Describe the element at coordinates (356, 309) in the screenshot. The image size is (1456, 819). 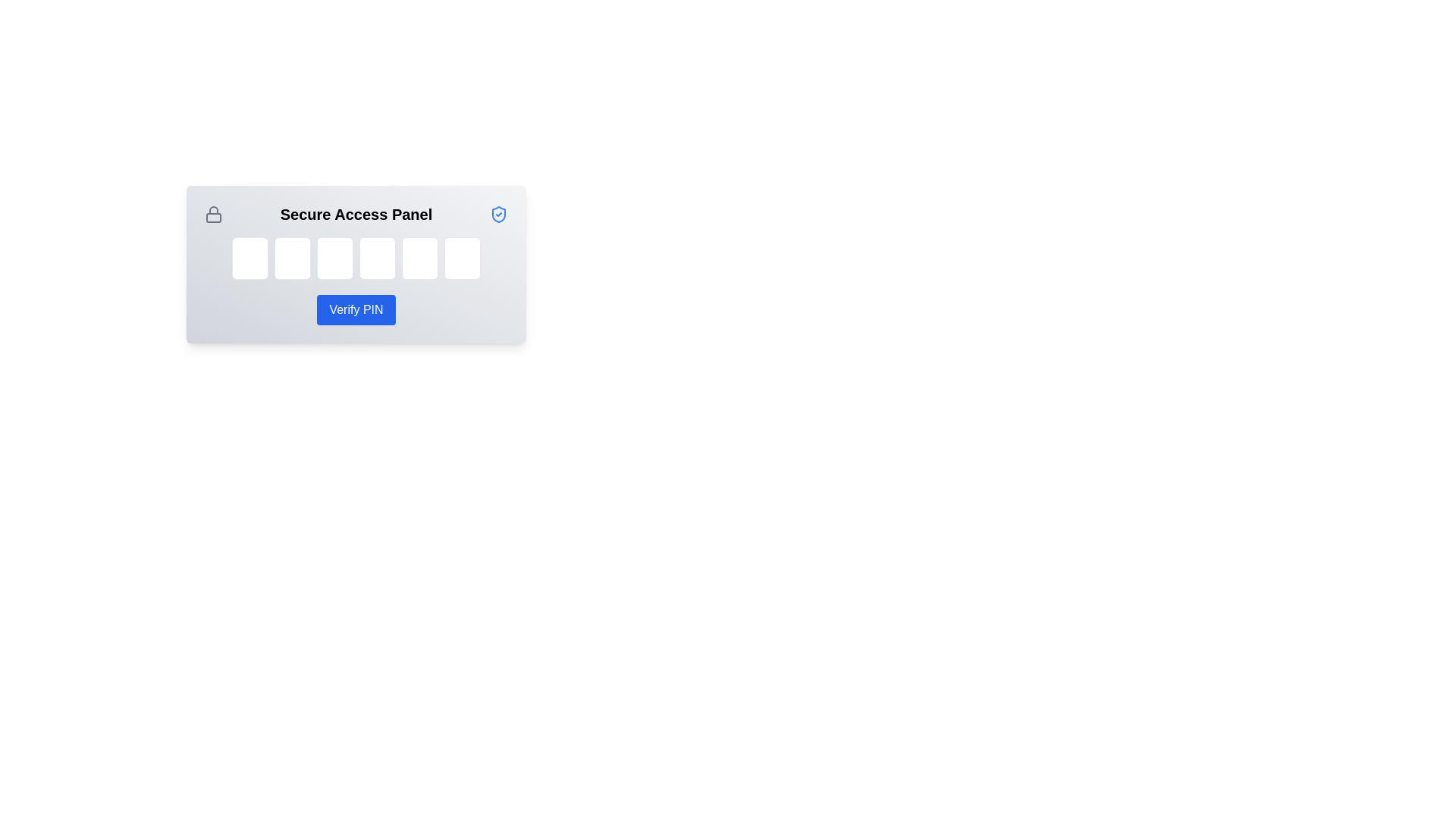
I see `the validation button located at the bottom of the 'Secure Access Panel'` at that location.